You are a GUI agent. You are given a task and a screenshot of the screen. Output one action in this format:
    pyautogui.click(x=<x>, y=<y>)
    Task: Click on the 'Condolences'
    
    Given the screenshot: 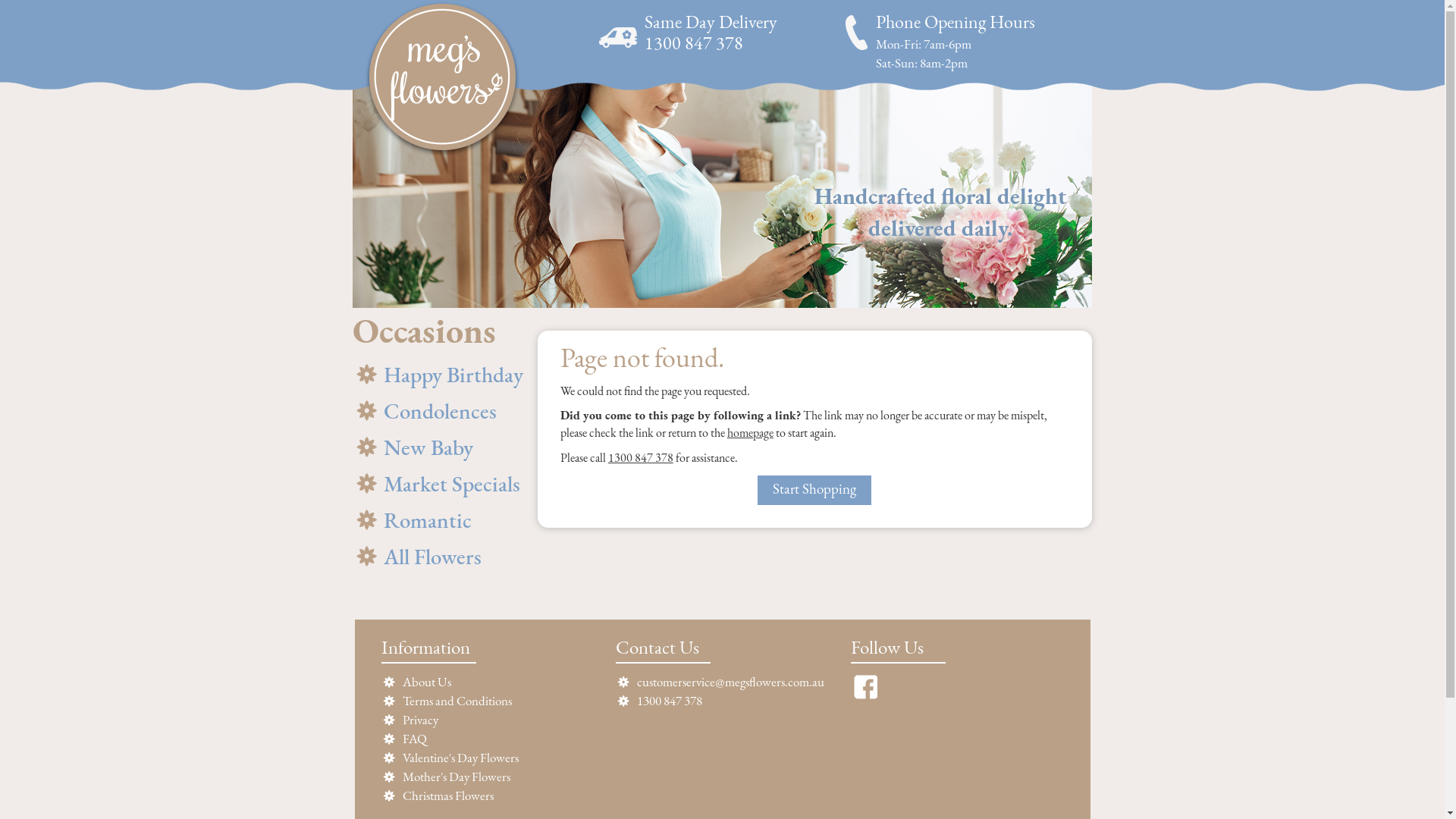 What is the action you would take?
    pyautogui.click(x=438, y=411)
    